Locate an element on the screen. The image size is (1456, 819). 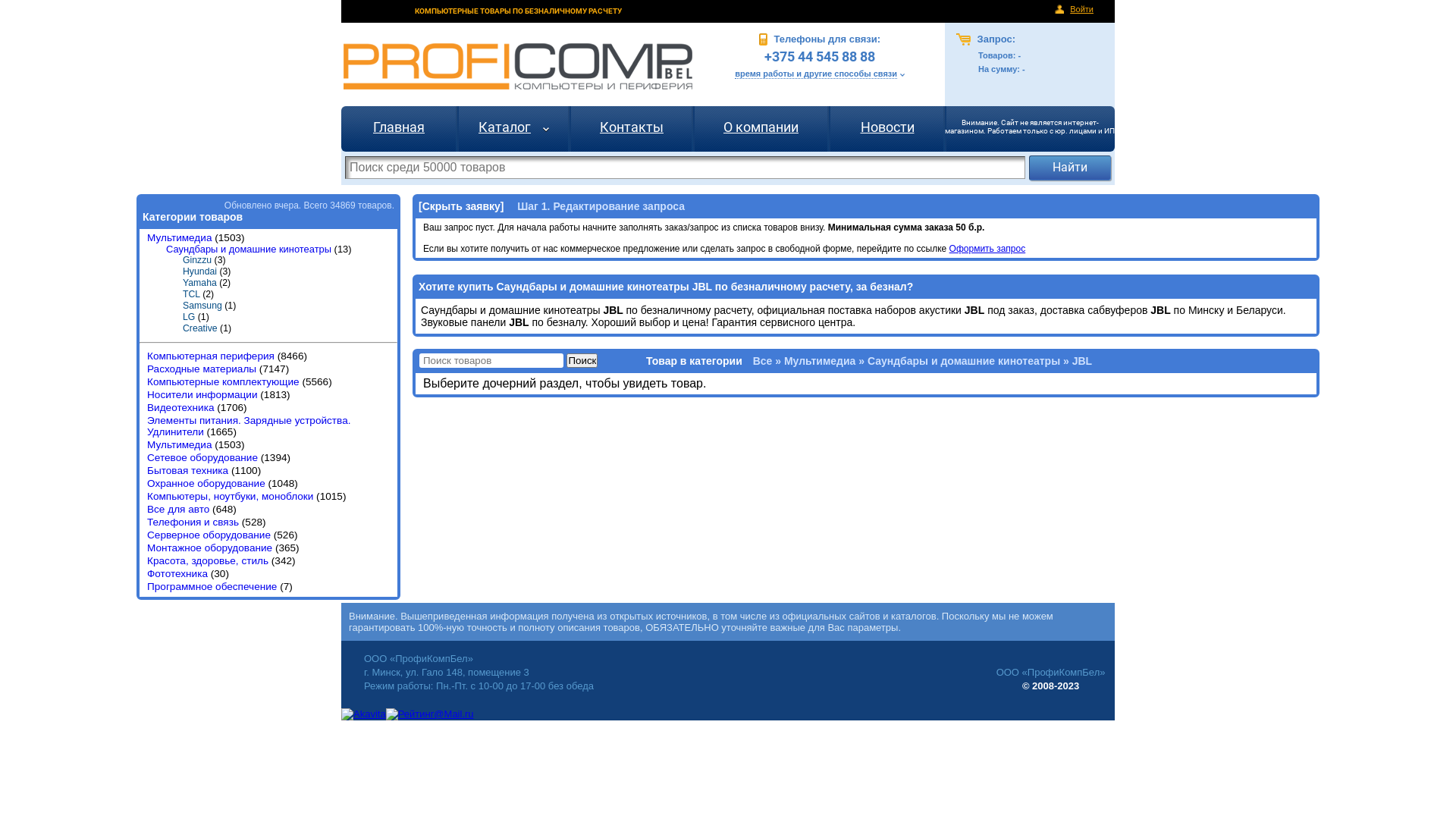
'Creative' is located at coordinates (199, 327).